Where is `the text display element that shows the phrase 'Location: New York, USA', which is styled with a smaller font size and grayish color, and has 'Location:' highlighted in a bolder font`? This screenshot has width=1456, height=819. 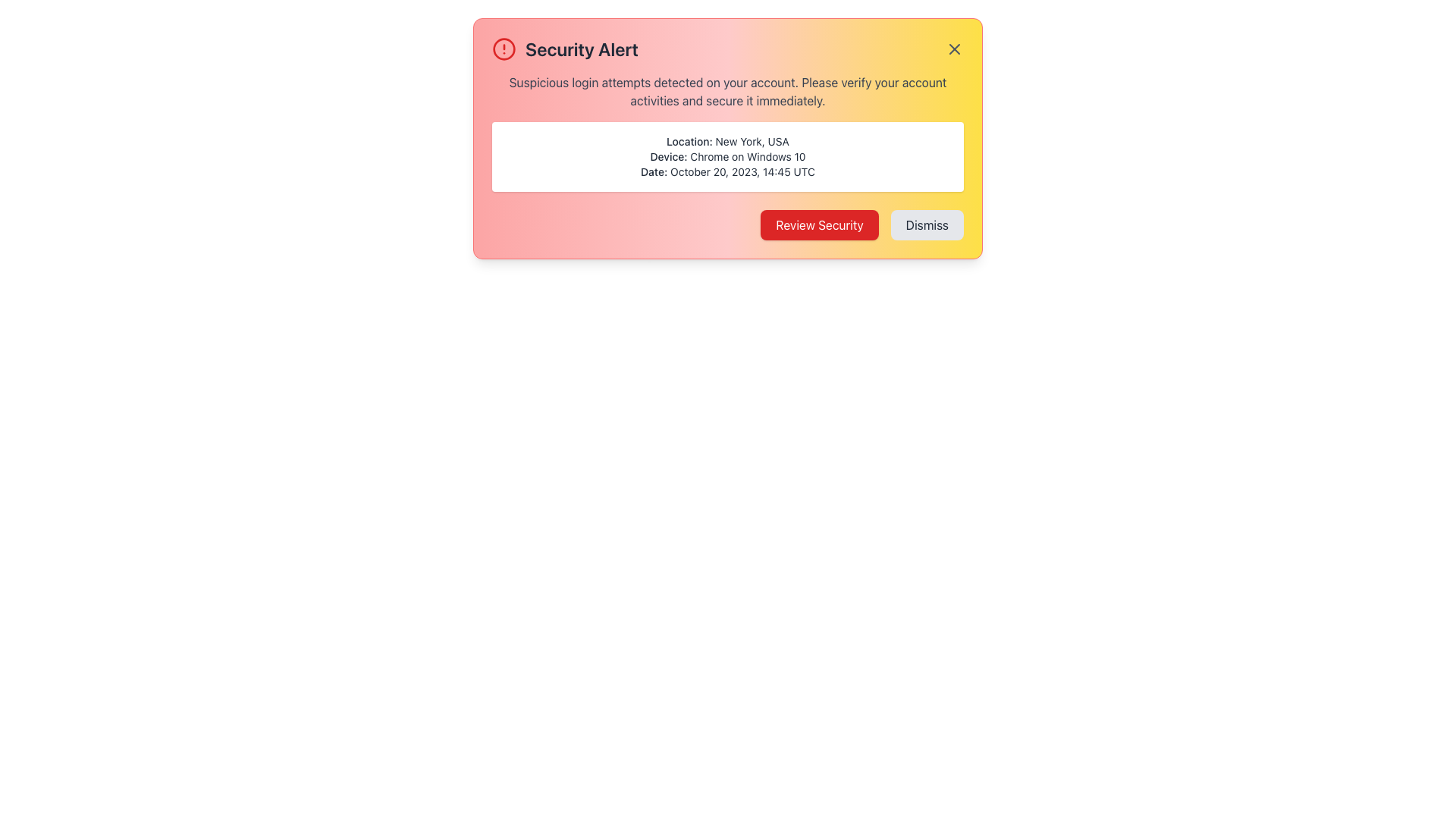
the text display element that shows the phrase 'Location: New York, USA', which is styled with a smaller font size and grayish color, and has 'Location:' highlighted in a bolder font is located at coordinates (728, 141).